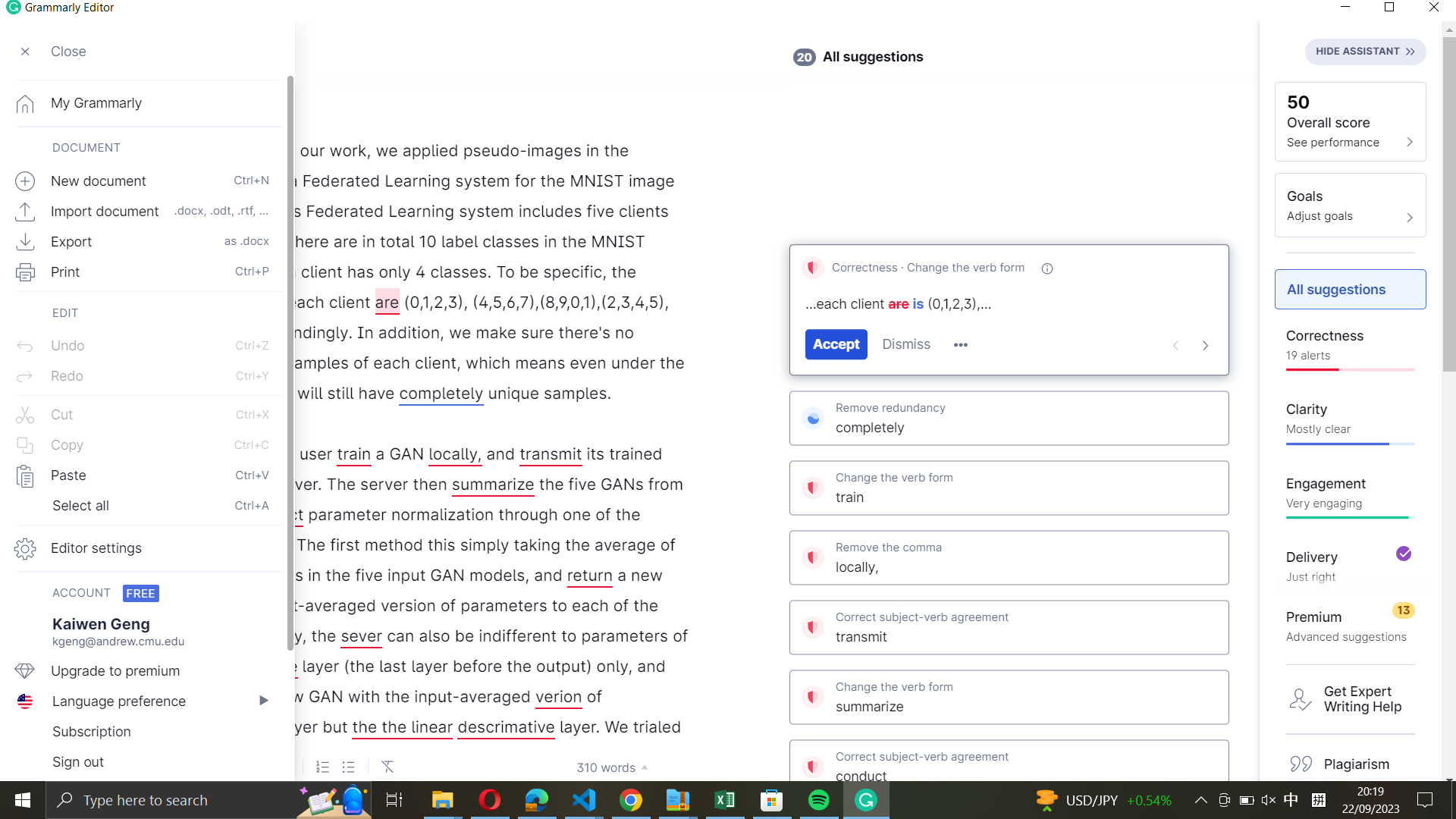 The height and width of the screenshot is (819, 1456). What do you see at coordinates (142, 102) in the screenshot?
I see `Return back to the home` at bounding box center [142, 102].